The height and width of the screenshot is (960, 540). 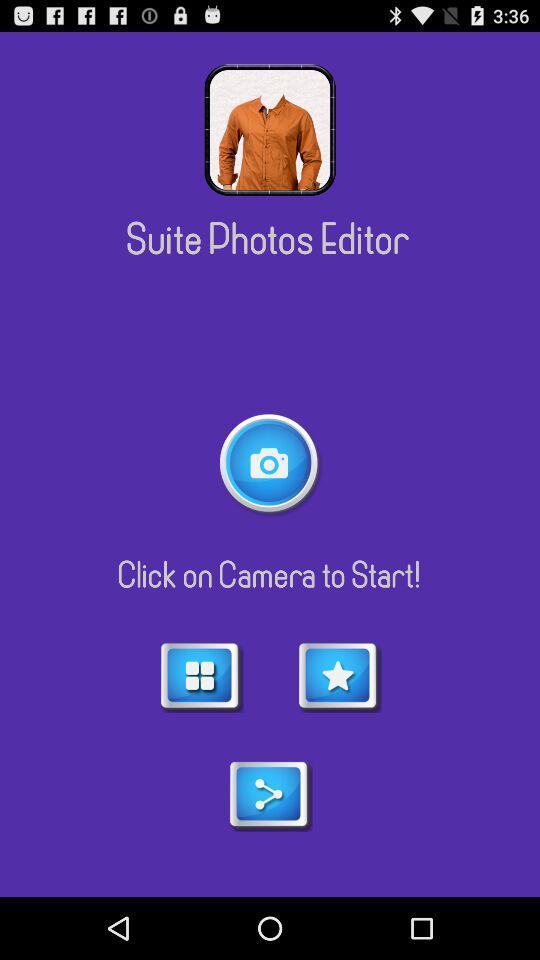 I want to click on open camera, so click(x=270, y=464).